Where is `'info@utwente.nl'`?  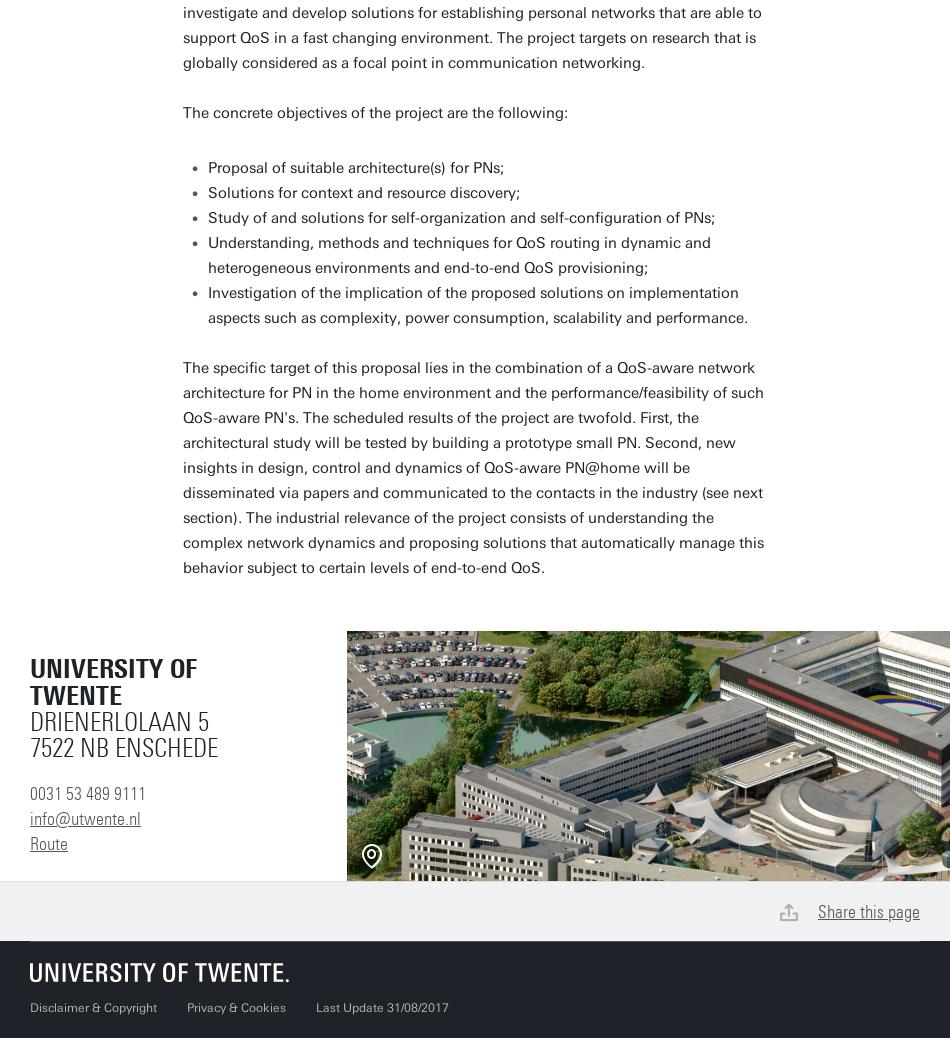
'info@utwente.nl' is located at coordinates (85, 818).